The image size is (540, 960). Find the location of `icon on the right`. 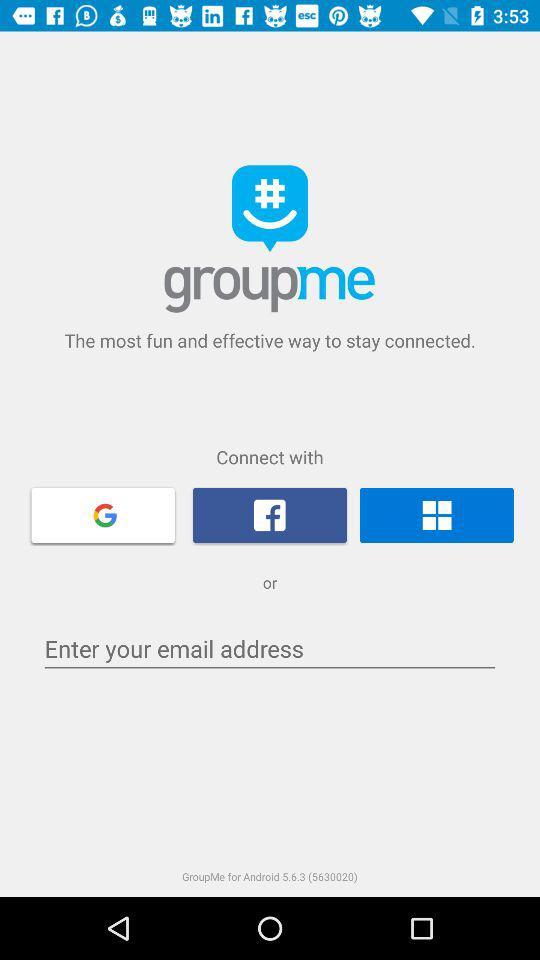

icon on the right is located at coordinates (435, 514).